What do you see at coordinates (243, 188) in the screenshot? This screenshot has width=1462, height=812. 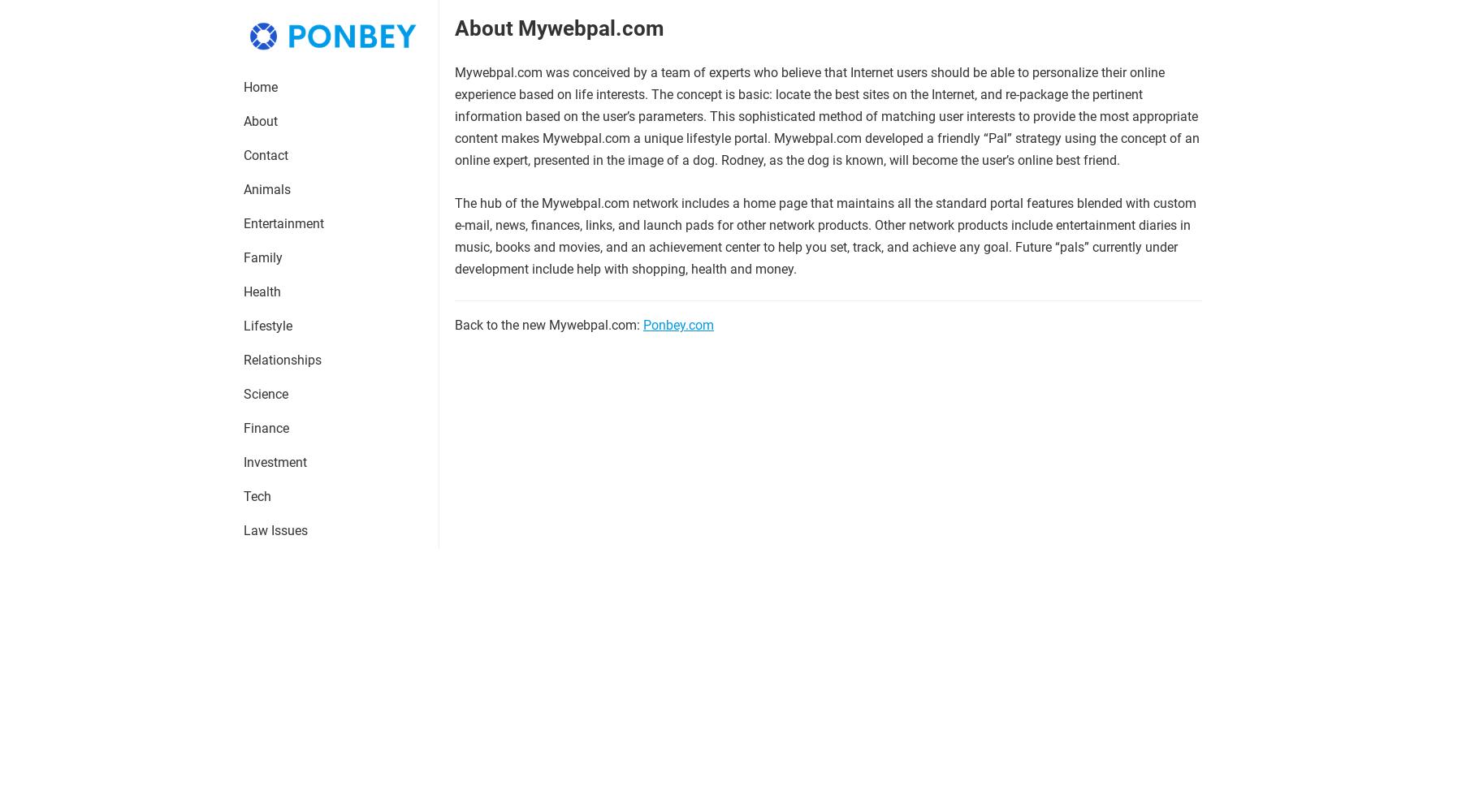 I see `'Animals'` at bounding box center [243, 188].